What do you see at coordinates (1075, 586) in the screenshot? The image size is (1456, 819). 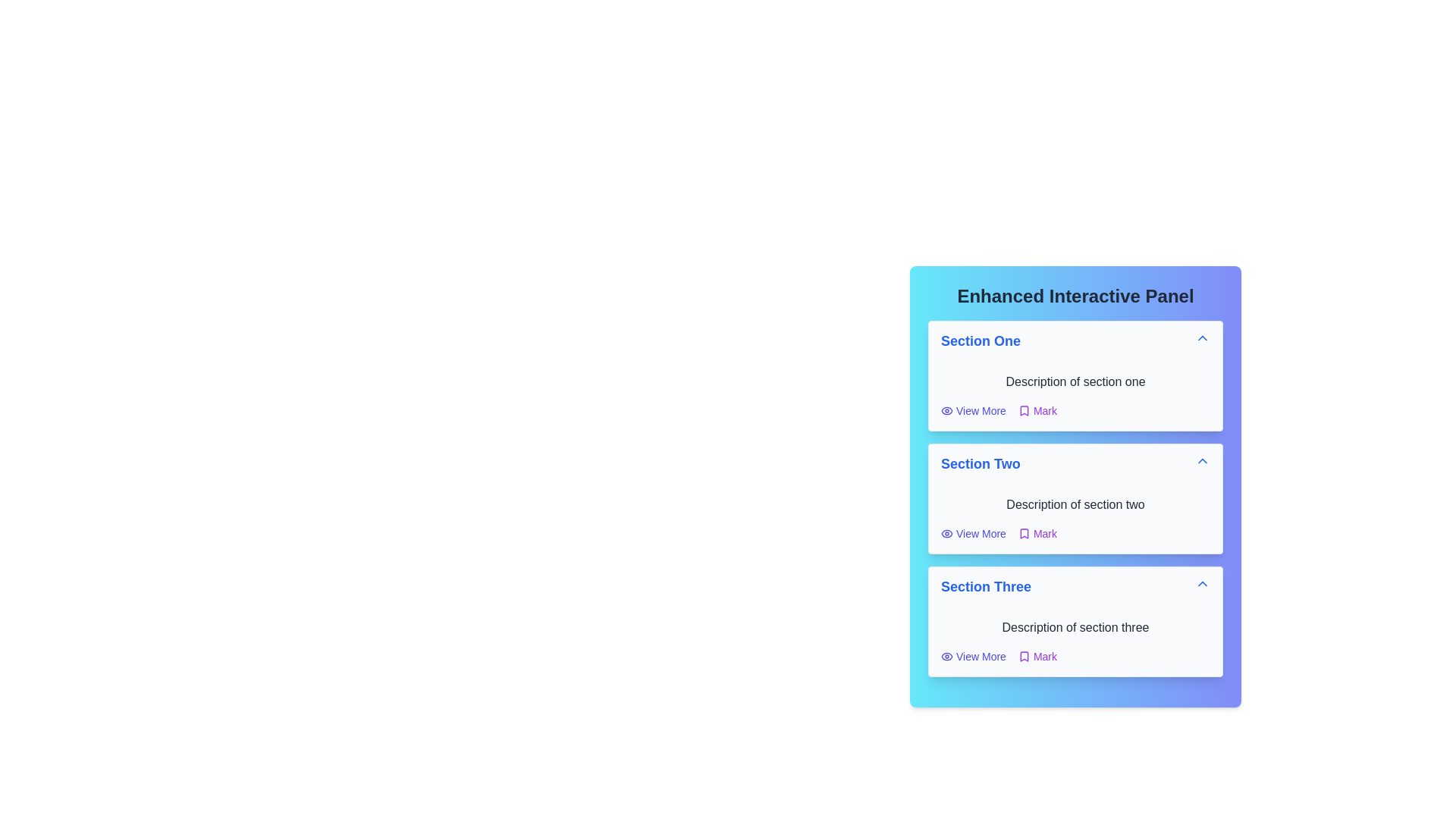 I see `the 'Section Three' button` at bounding box center [1075, 586].